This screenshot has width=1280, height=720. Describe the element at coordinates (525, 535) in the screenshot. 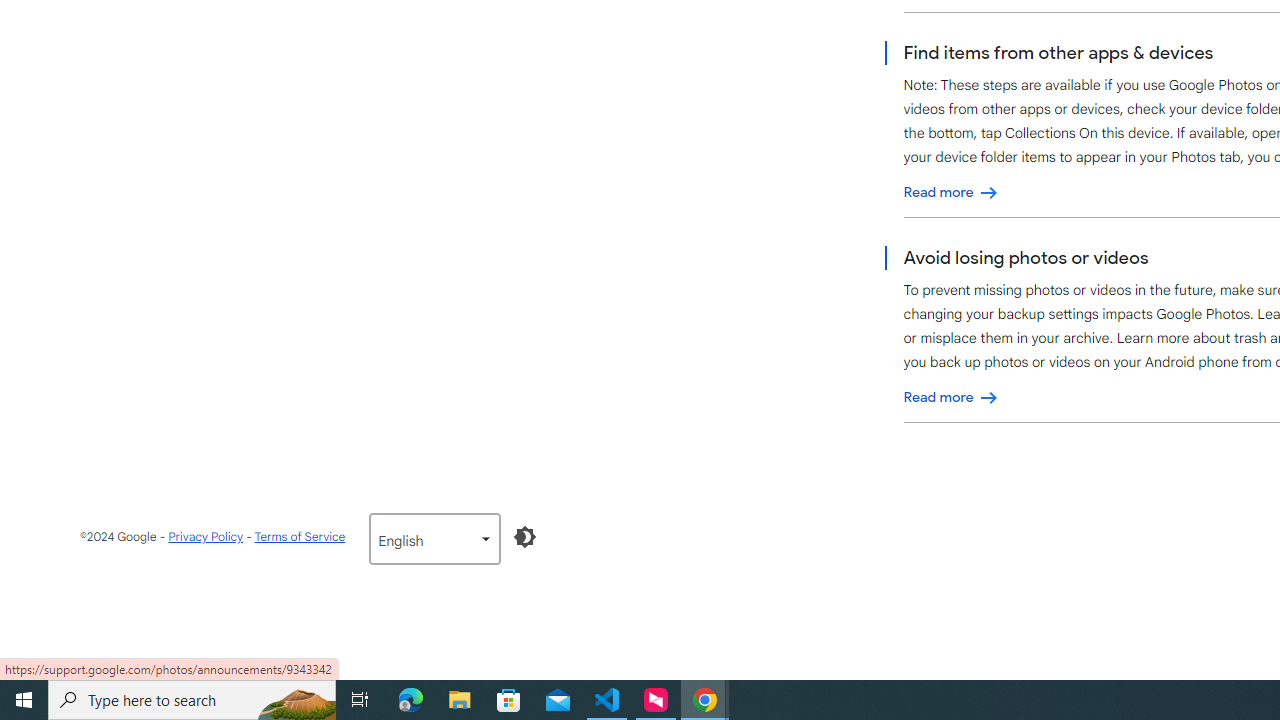

I see `'Enable Dark Mode'` at that location.